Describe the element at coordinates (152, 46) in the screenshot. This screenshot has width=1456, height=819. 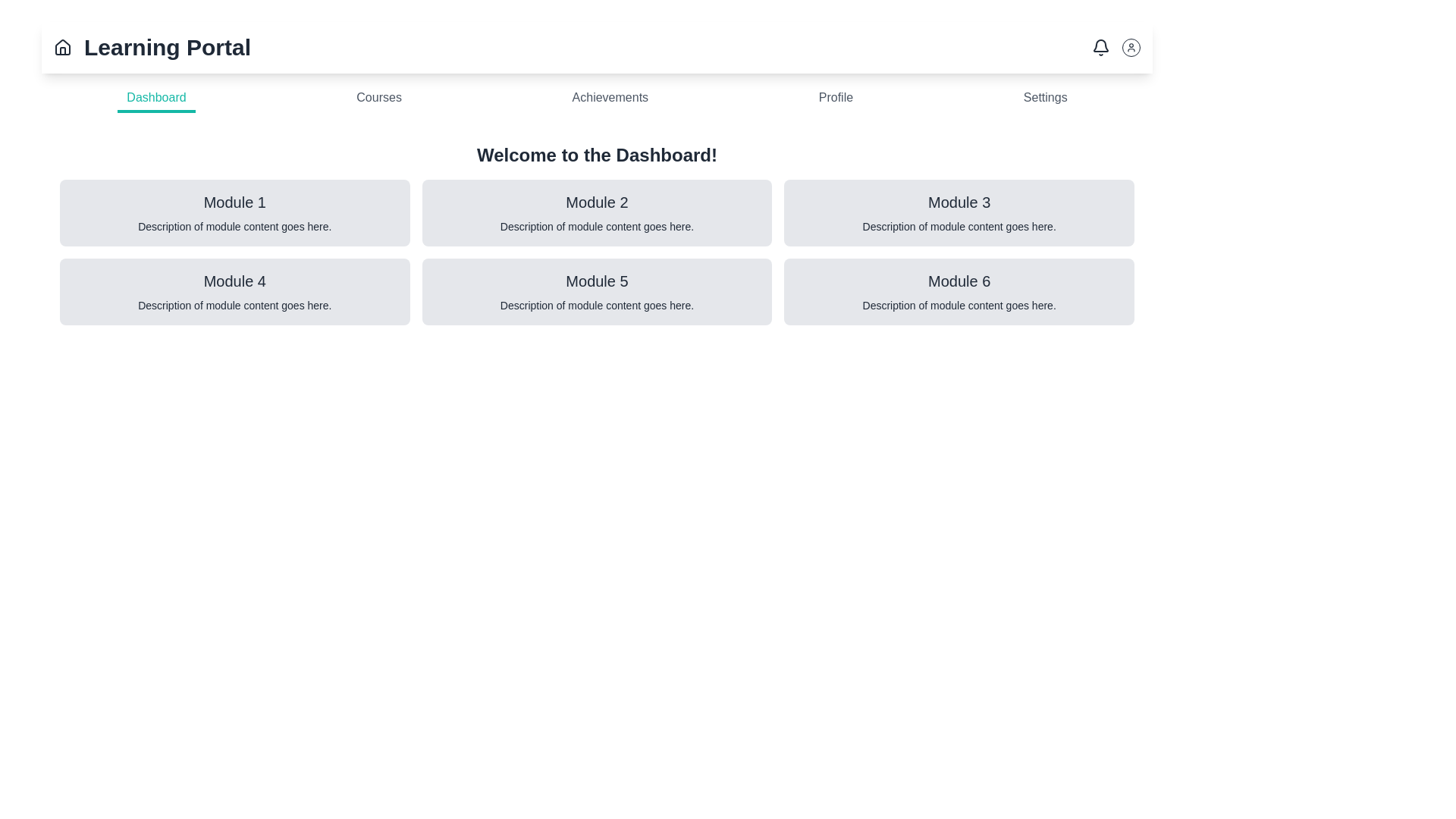
I see `the 'Learning Portal' text in the top navigation bar` at that location.